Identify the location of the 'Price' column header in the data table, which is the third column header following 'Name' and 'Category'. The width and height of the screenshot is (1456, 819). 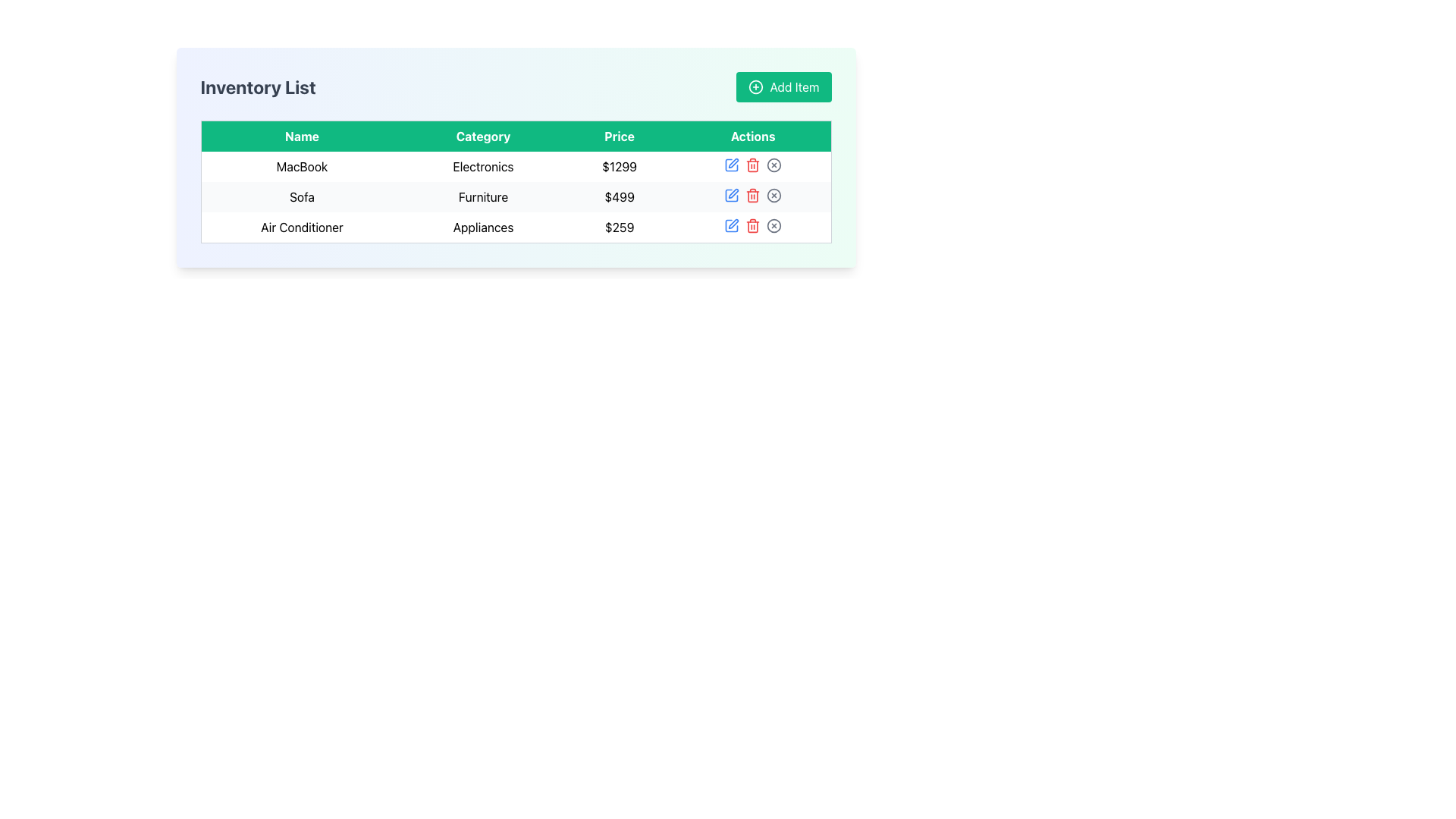
(620, 135).